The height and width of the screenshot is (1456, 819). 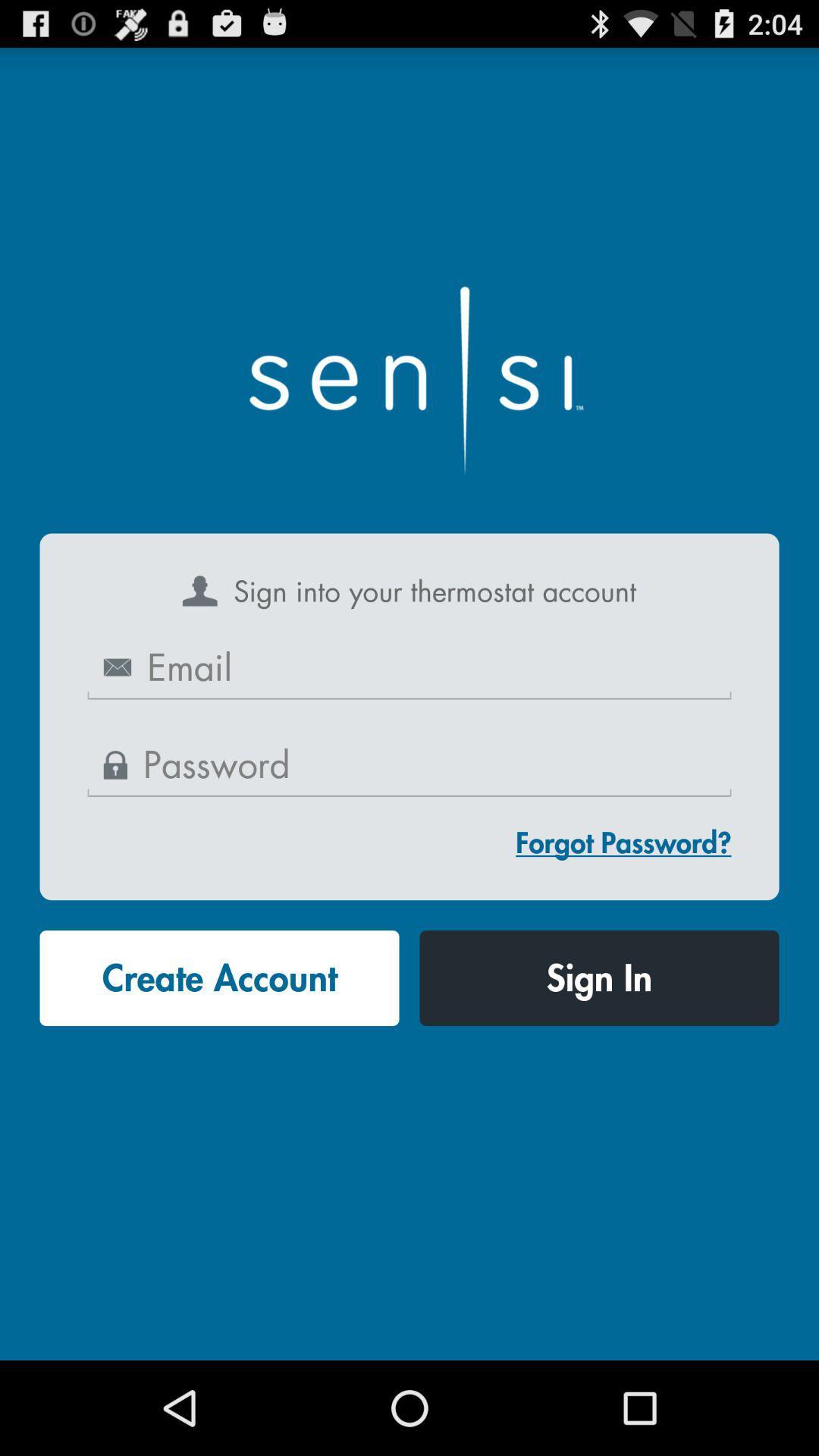 What do you see at coordinates (409, 668) in the screenshot?
I see `email address` at bounding box center [409, 668].